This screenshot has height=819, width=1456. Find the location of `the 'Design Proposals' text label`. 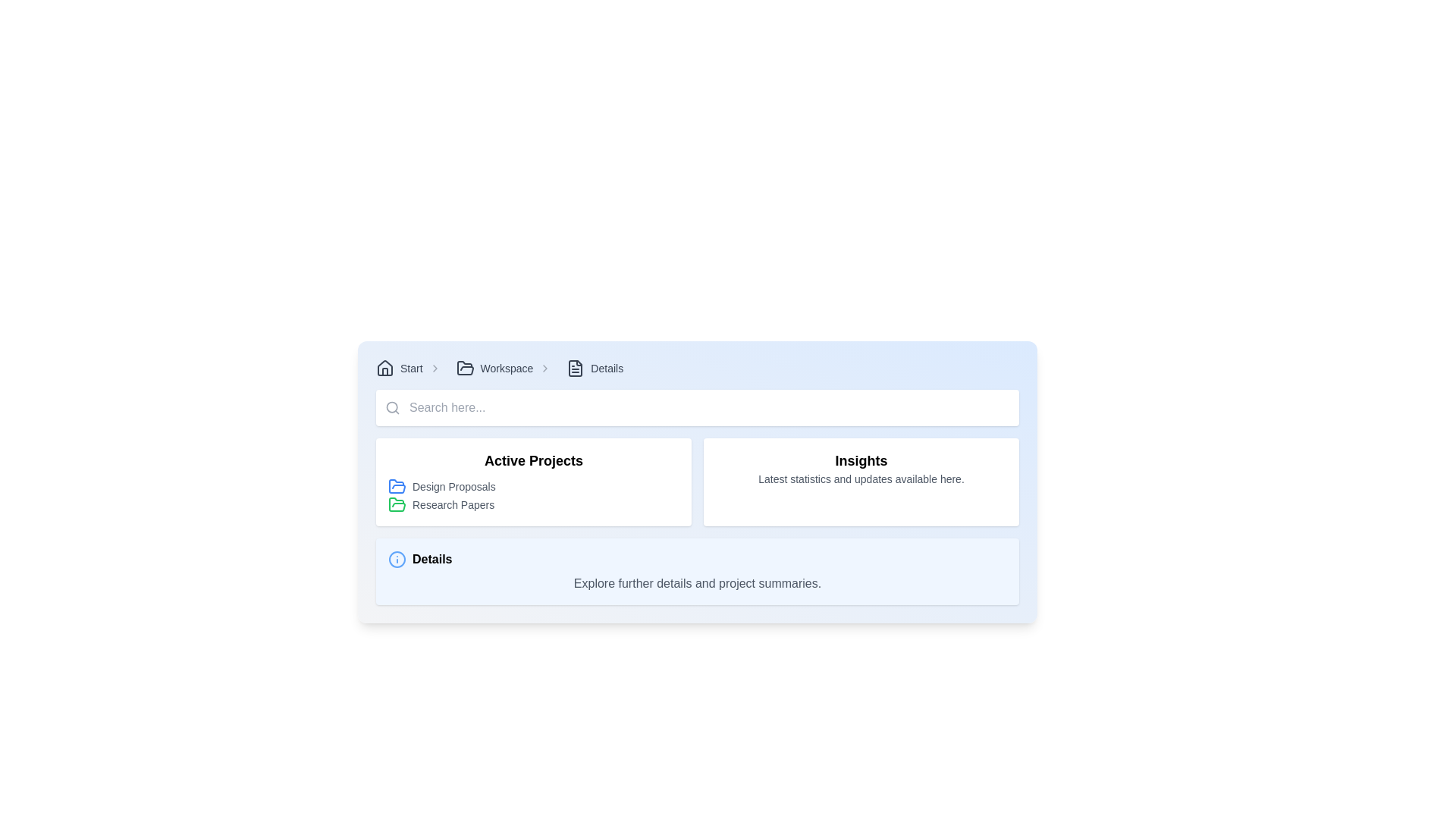

the 'Design Proposals' text label is located at coordinates (453, 486).